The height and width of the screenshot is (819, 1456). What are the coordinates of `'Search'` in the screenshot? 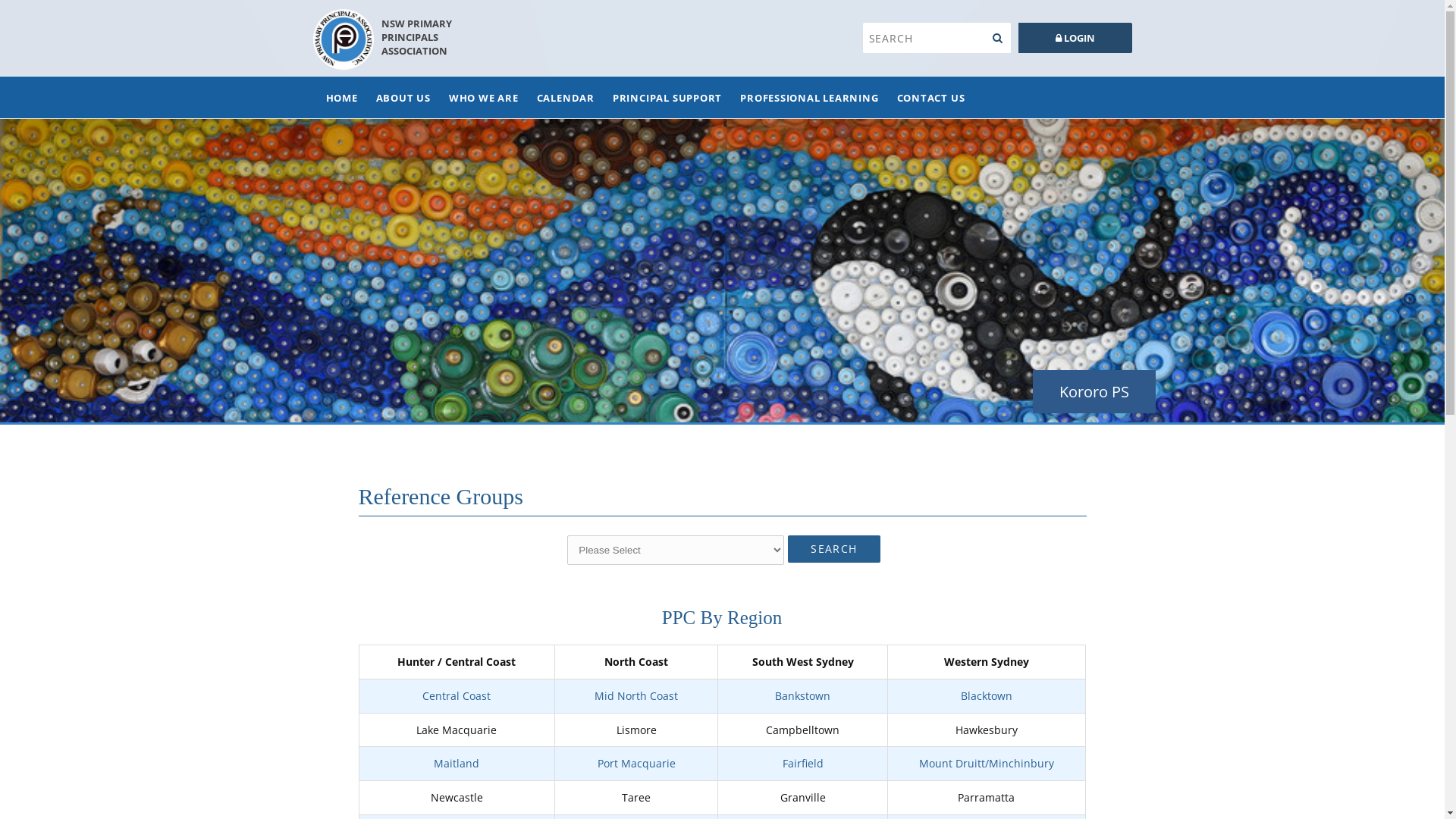 It's located at (997, 37).